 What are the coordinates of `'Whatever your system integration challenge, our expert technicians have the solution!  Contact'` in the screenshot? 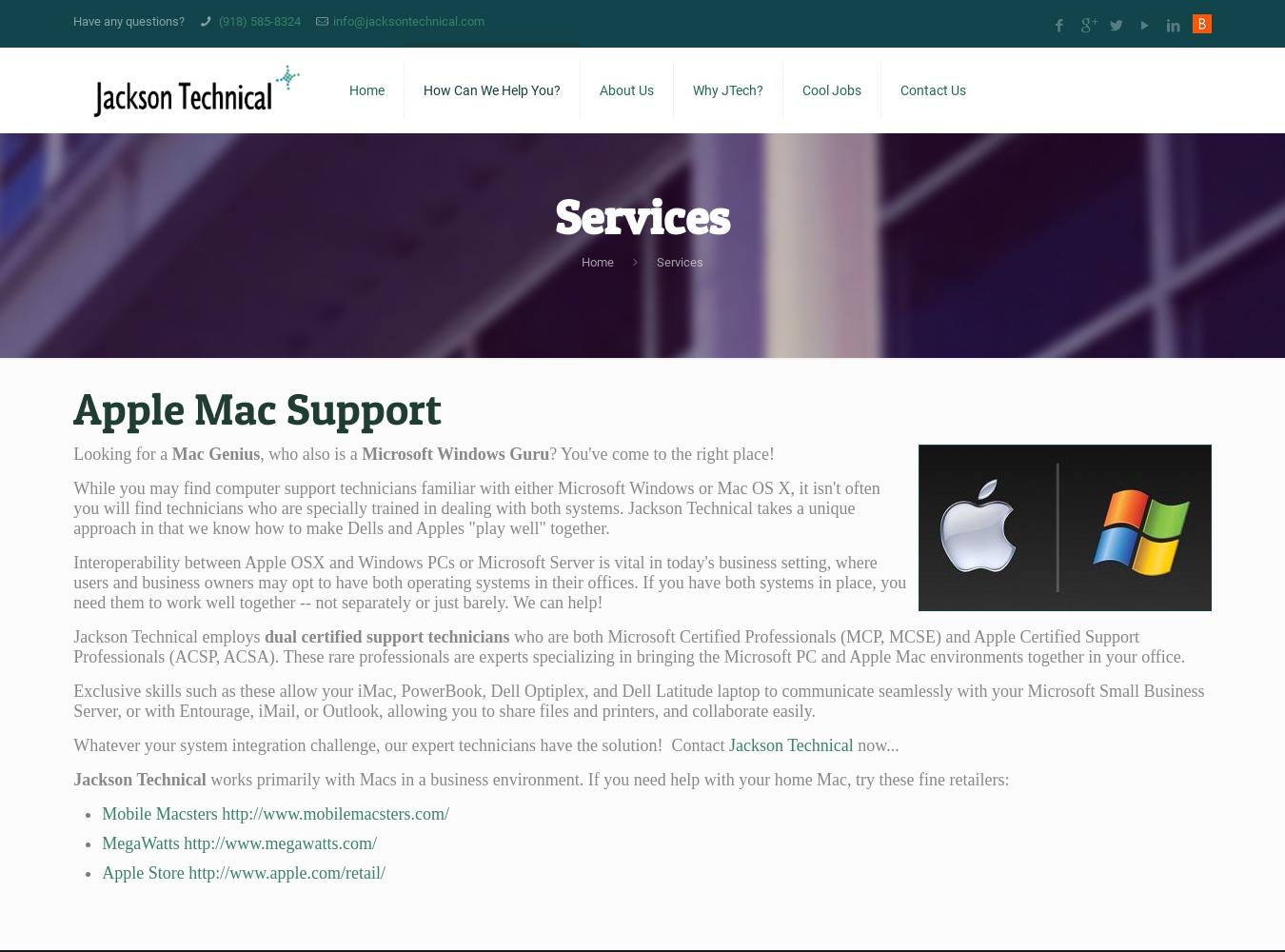 It's located at (401, 745).